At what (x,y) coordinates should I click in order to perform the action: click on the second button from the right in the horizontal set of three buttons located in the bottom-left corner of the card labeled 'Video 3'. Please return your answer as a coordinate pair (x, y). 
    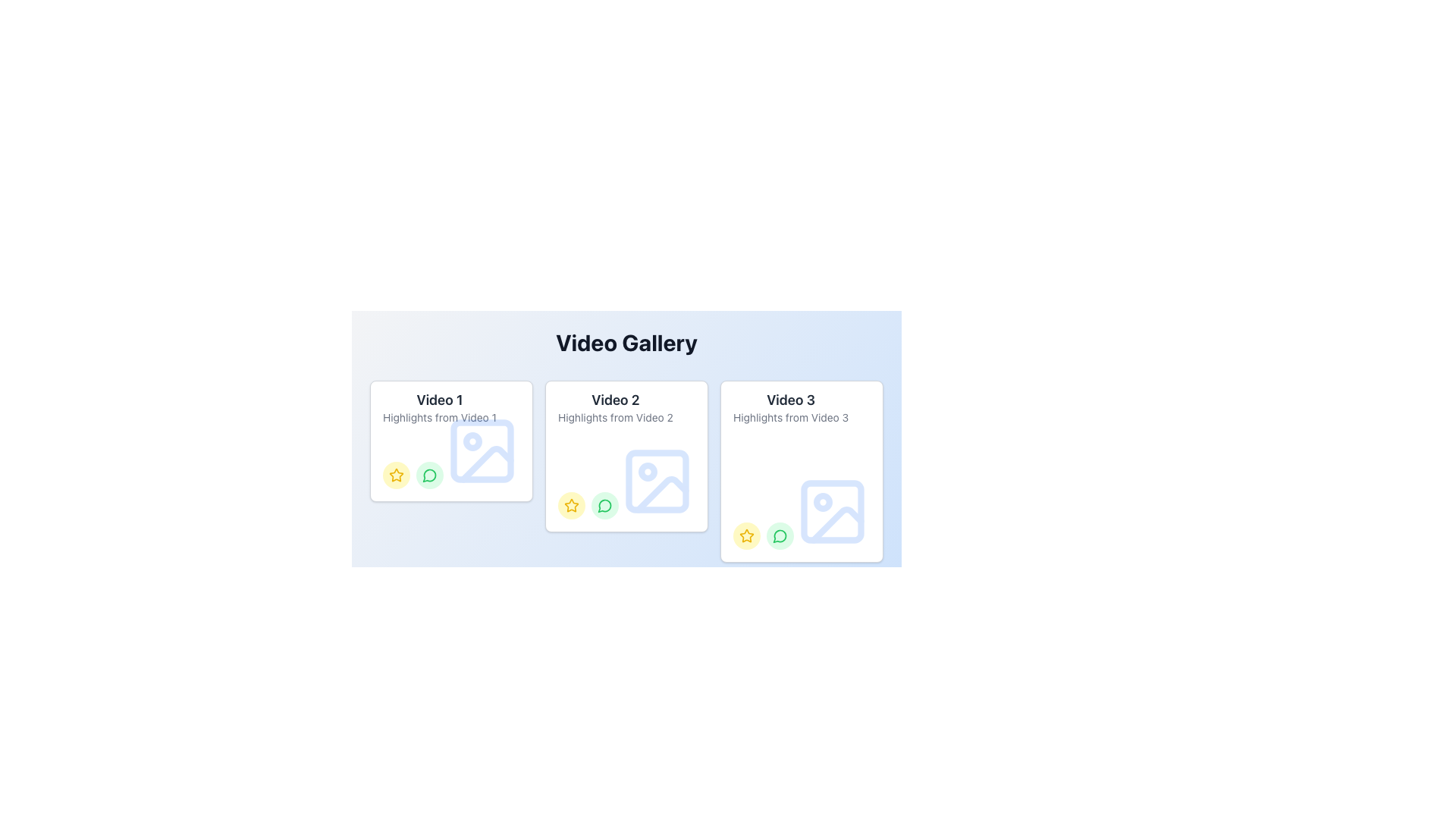
    Looking at the image, I should click on (780, 730).